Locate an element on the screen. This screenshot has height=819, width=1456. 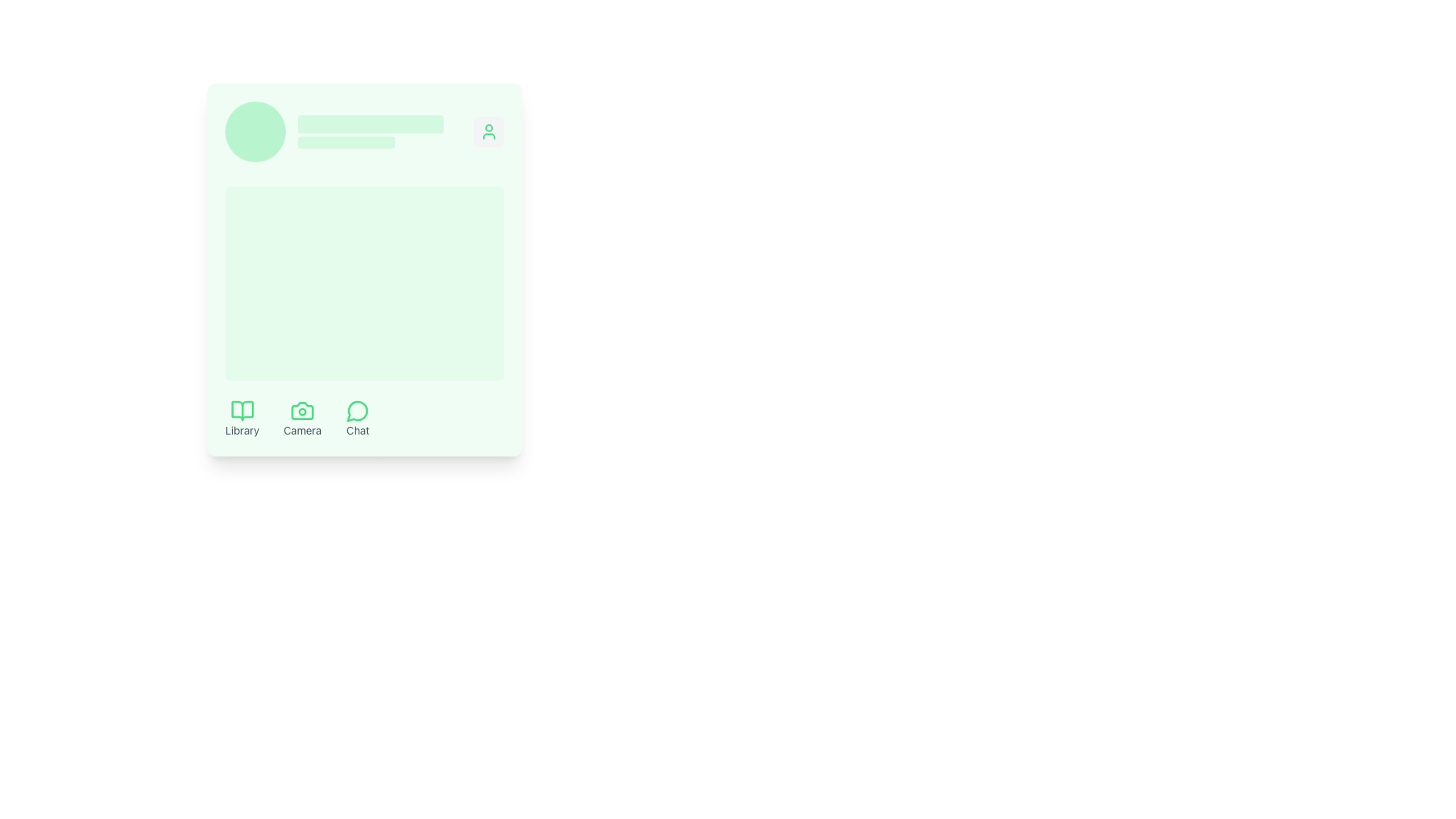
the 'Chat' text label displayed in a small sans-serif font and styled with a light gray color, located below a green chat bubble icon in the bottom navigation bar is located at coordinates (357, 430).